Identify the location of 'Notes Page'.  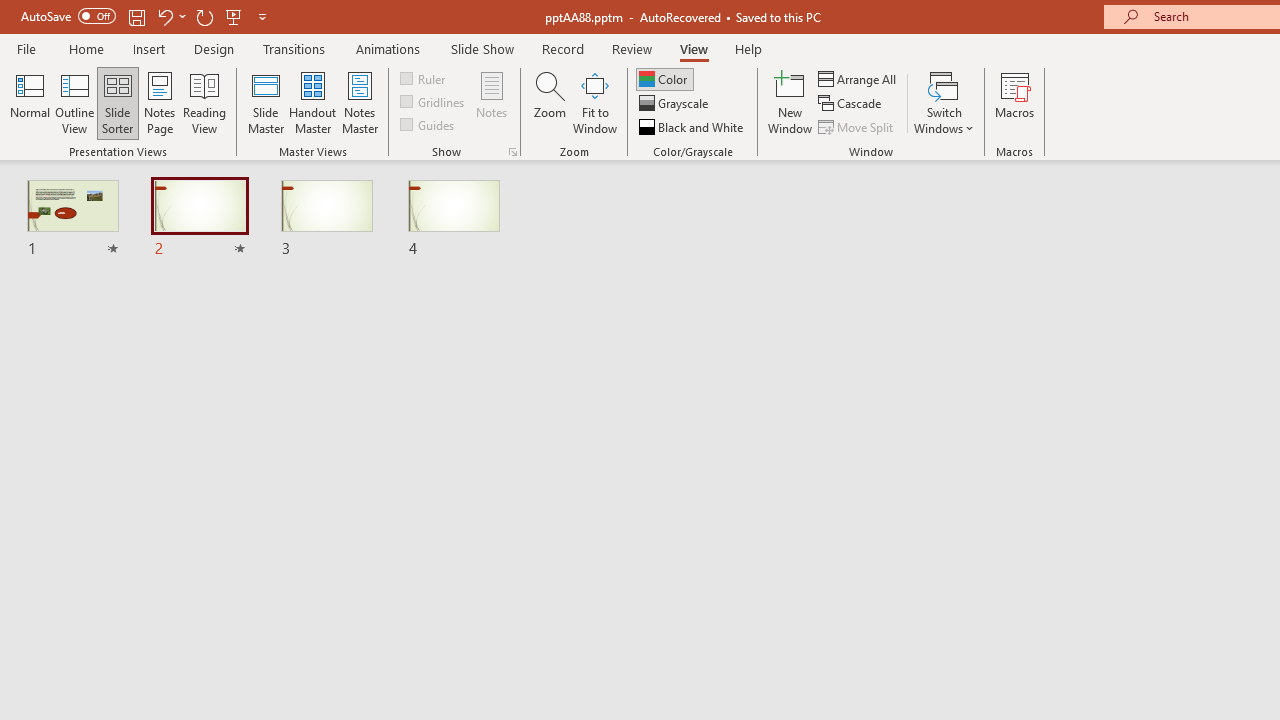
(160, 103).